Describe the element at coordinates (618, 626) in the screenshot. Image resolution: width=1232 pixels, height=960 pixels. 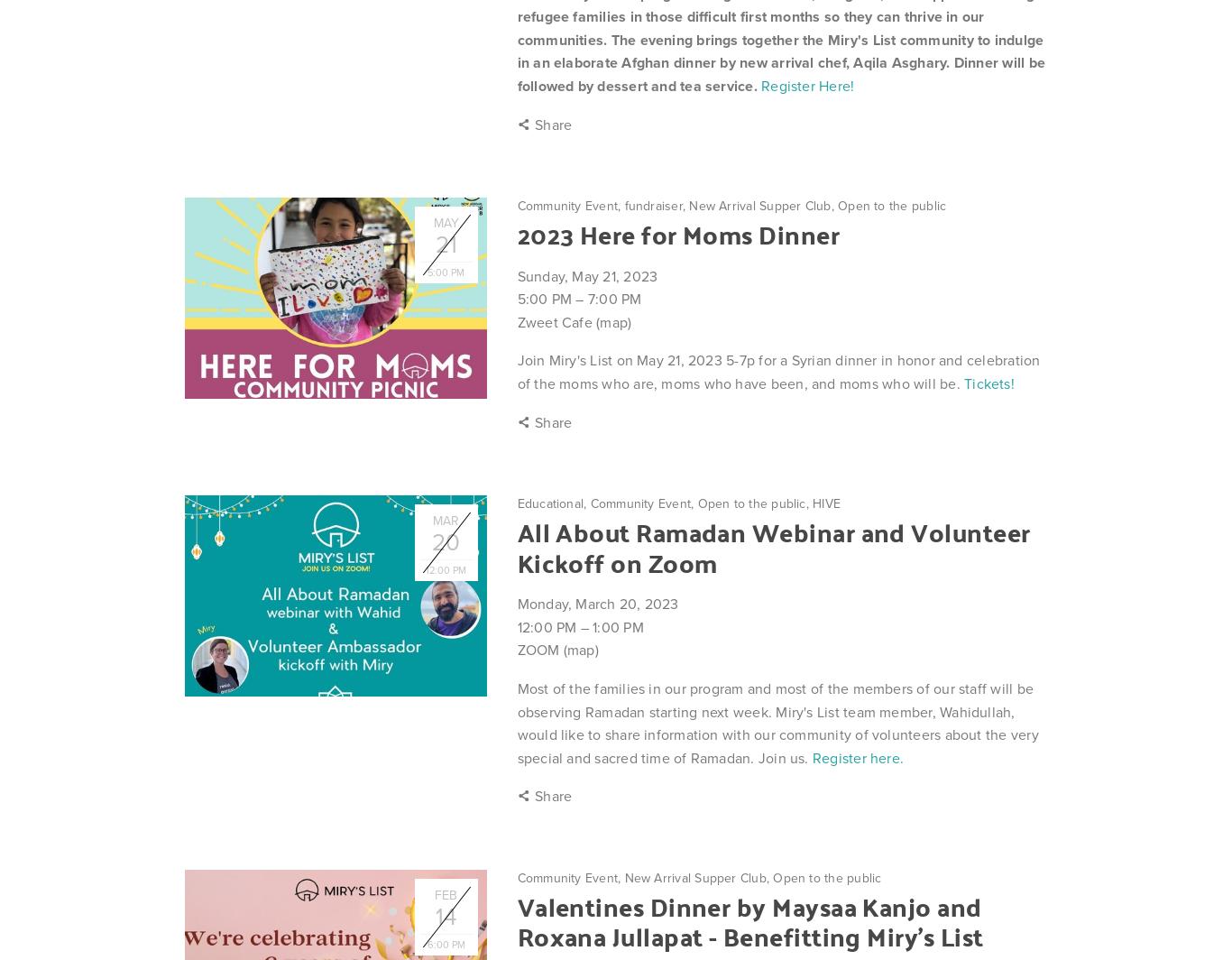
I see `'1:00 PM'` at that location.